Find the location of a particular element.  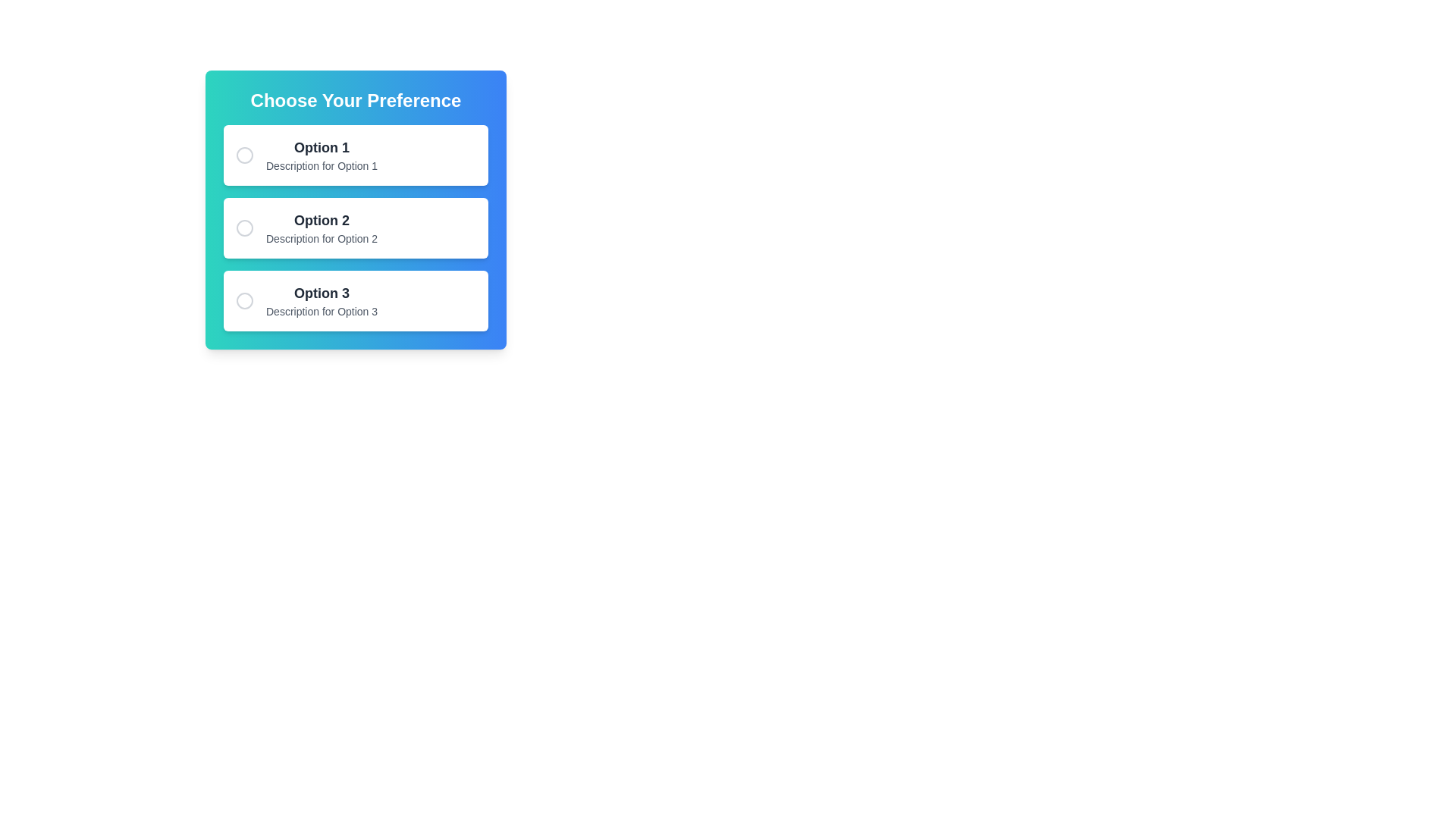

the radio button for Option 1 is located at coordinates (244, 155).